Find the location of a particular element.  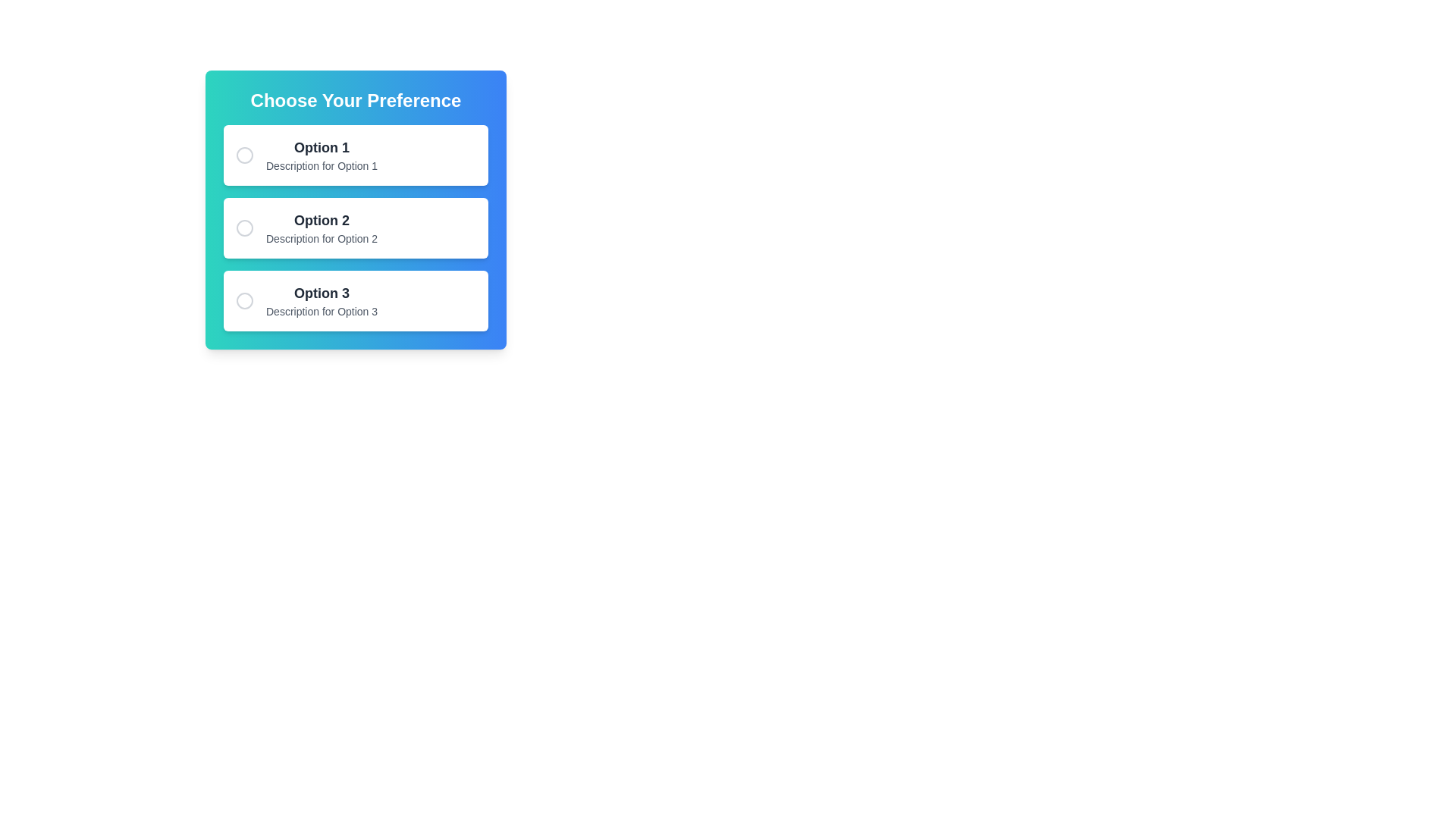

the radio button for Option 1 is located at coordinates (244, 155).